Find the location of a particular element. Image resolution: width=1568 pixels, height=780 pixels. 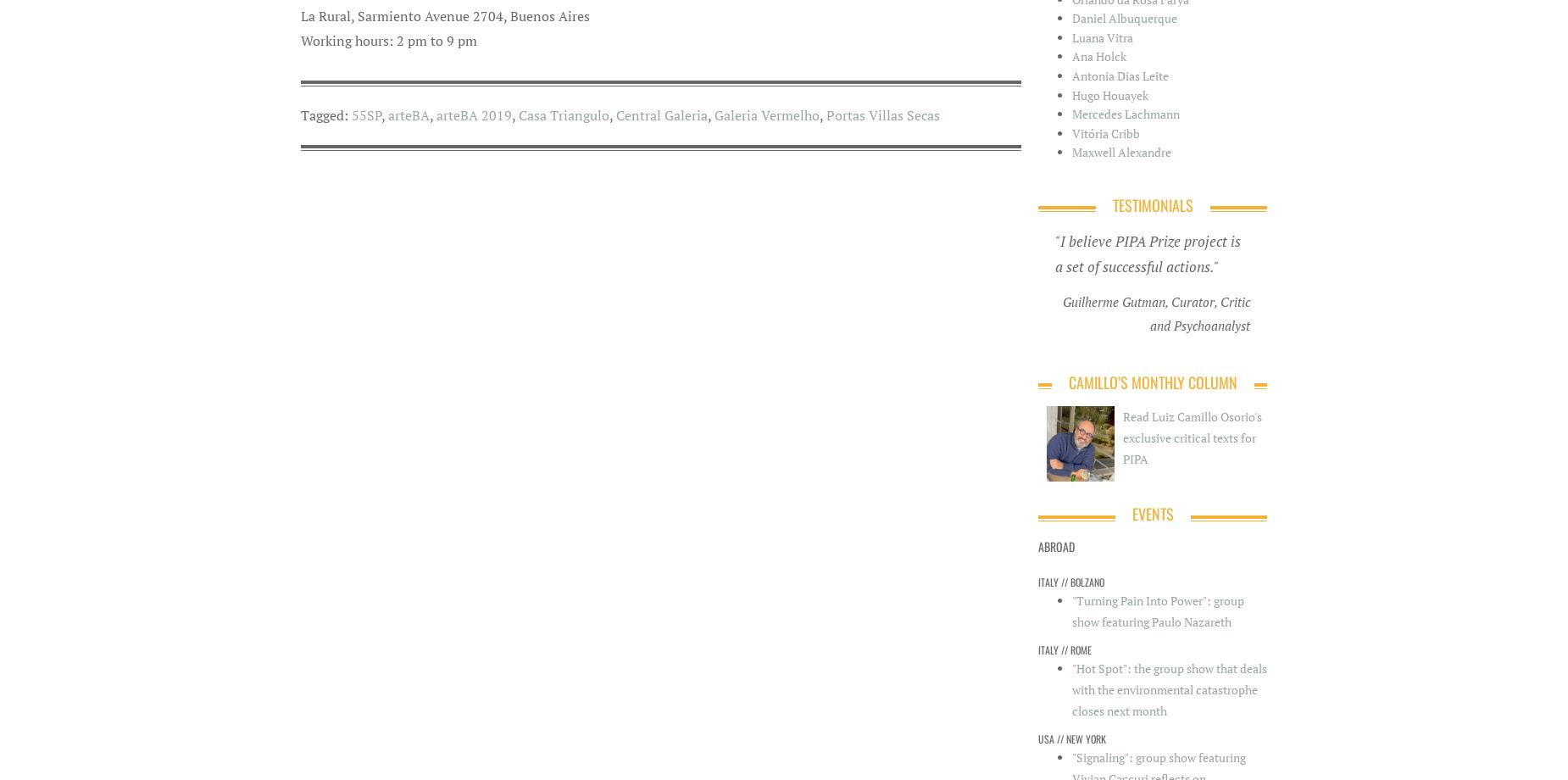

'"Turning Pain Into Power": group show featuring Paulo Nazareth' is located at coordinates (1157, 611).